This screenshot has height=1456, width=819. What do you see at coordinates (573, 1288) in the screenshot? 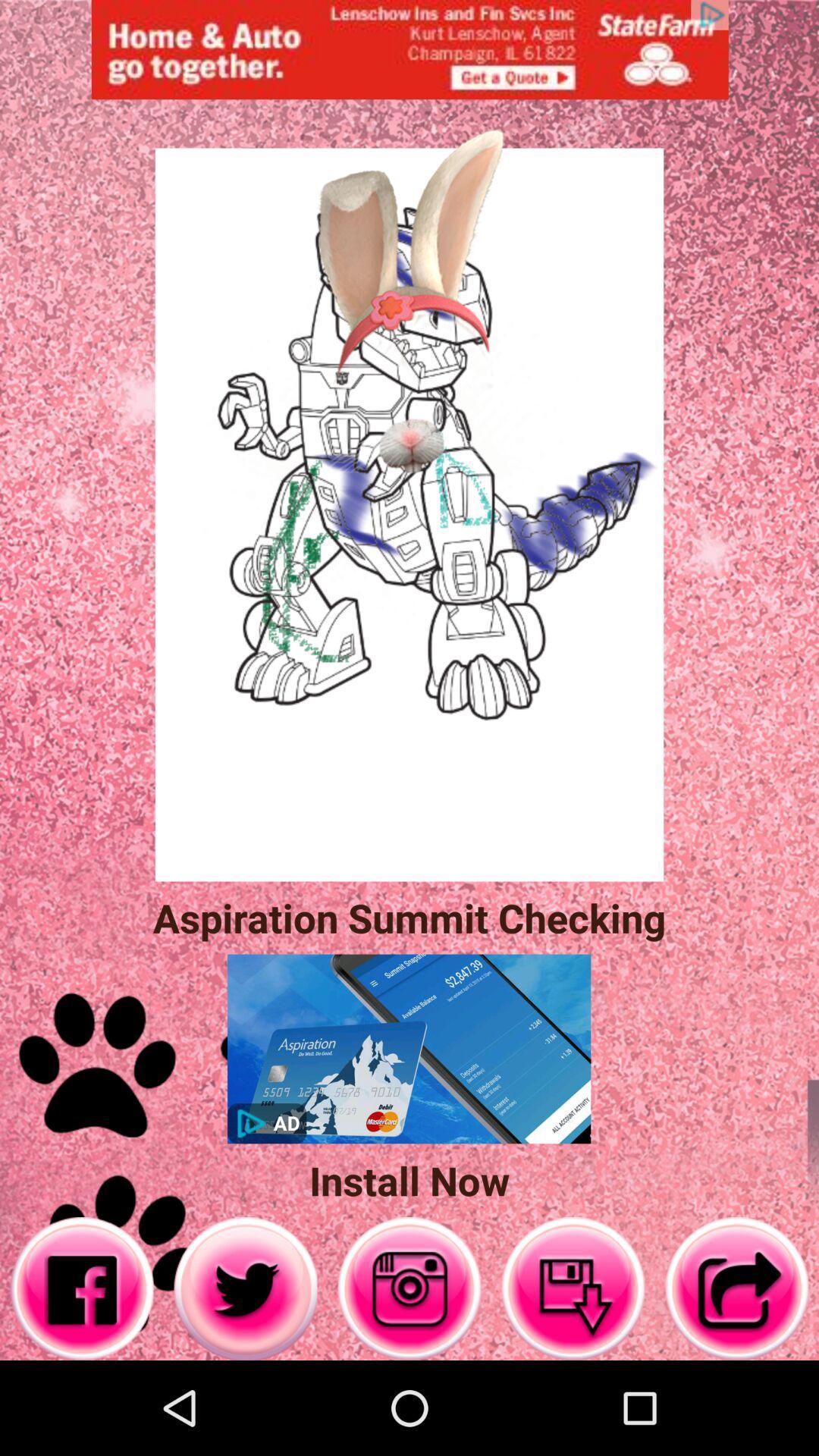
I see `save` at bounding box center [573, 1288].